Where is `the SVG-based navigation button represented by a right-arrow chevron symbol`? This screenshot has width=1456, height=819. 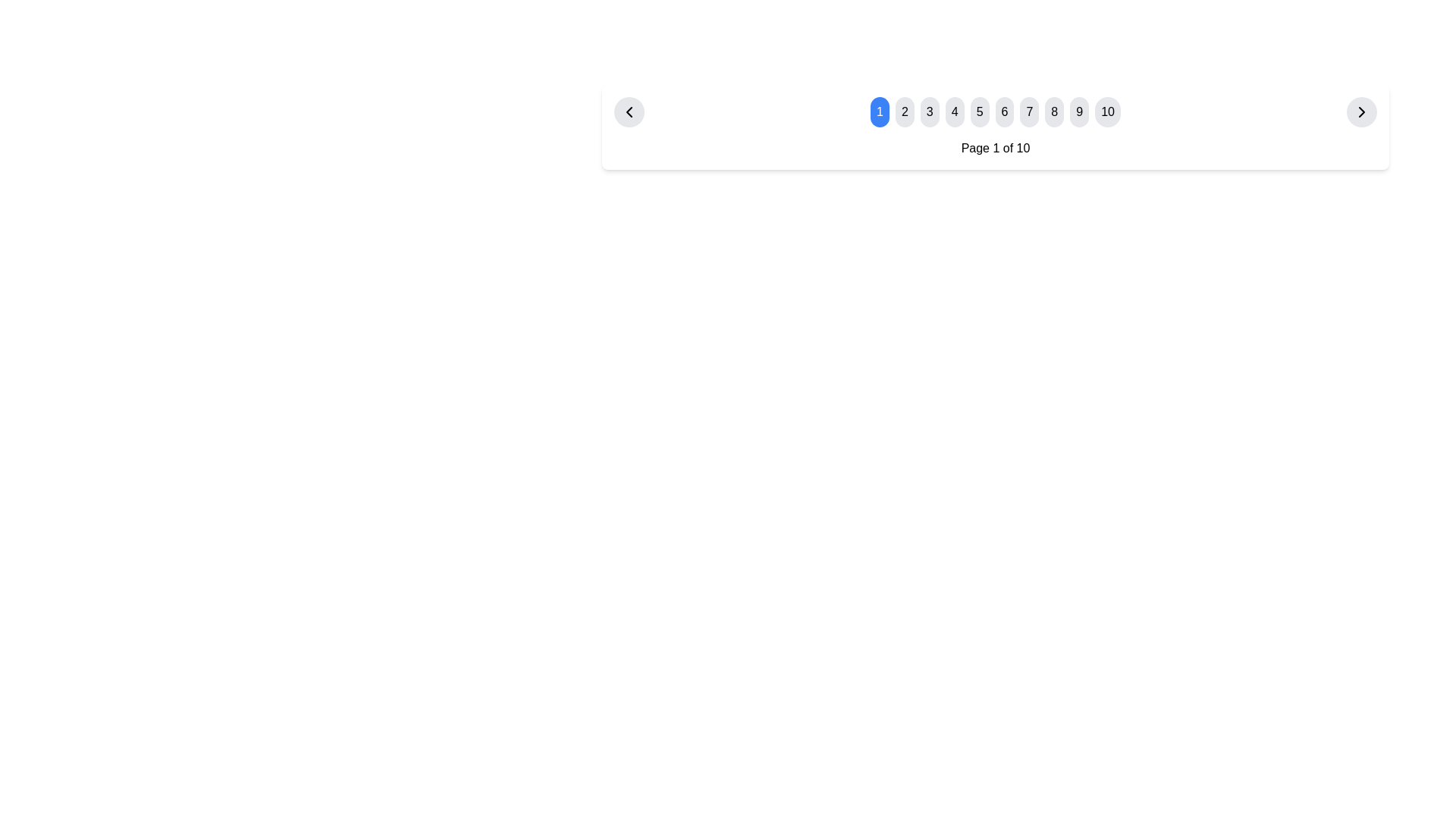 the SVG-based navigation button represented by a right-arrow chevron symbol is located at coordinates (1361, 111).